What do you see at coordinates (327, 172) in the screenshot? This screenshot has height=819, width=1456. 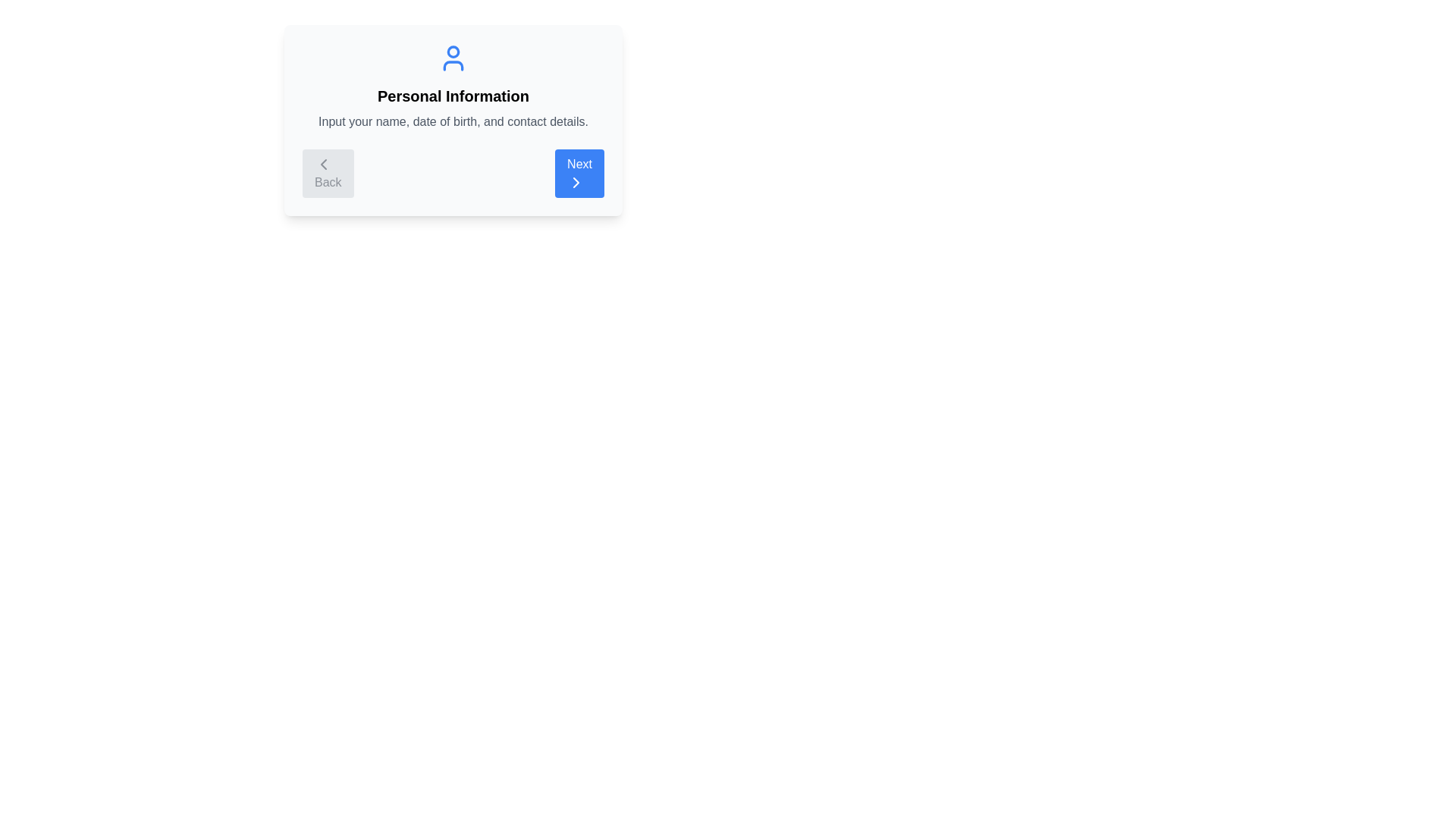 I see `the 'Back' button to navigate to the previous step` at bounding box center [327, 172].